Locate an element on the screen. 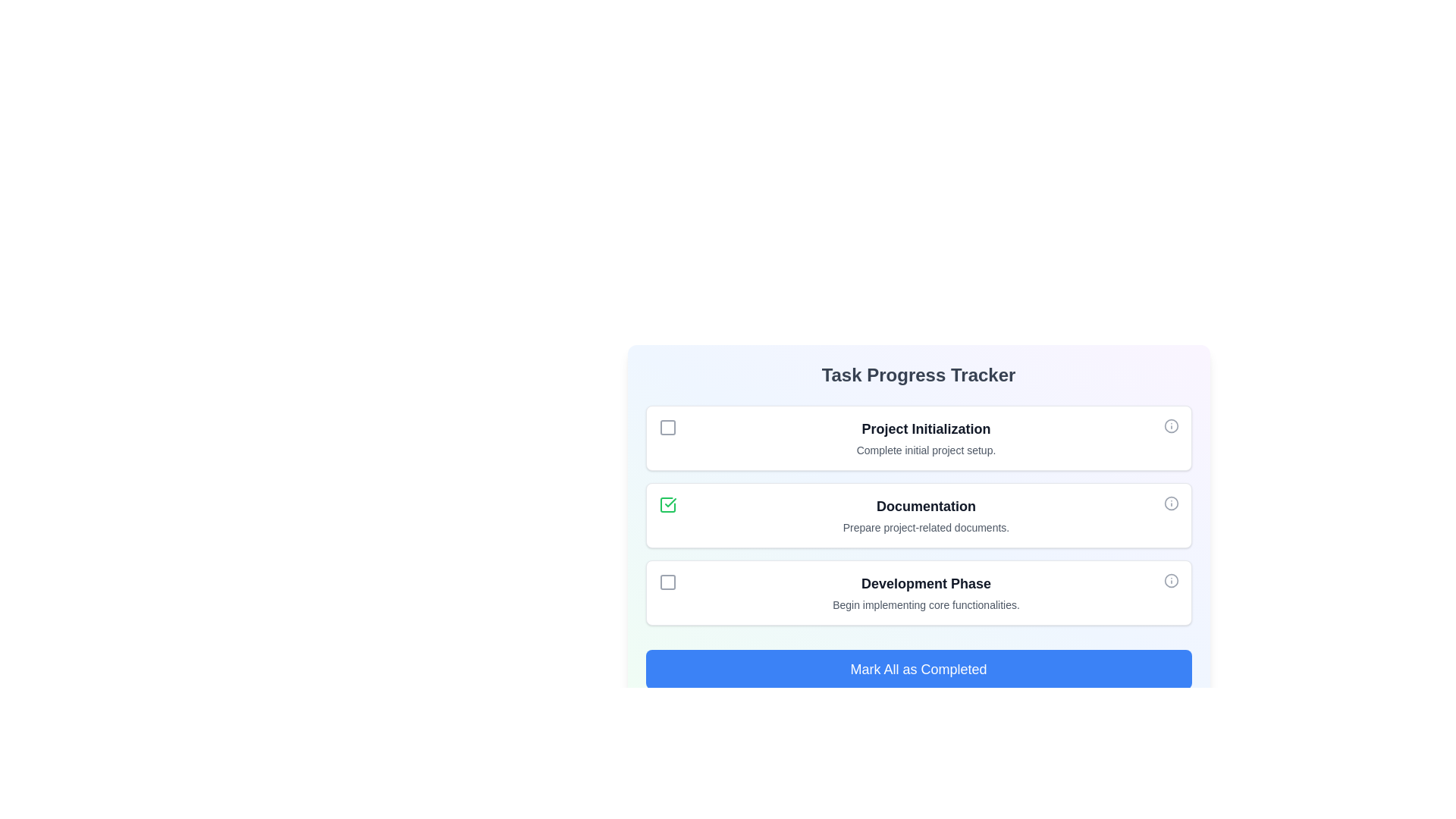  the title label for the task stage within the tracker, which is horizontally centered in the third task group of the list is located at coordinates (925, 583).